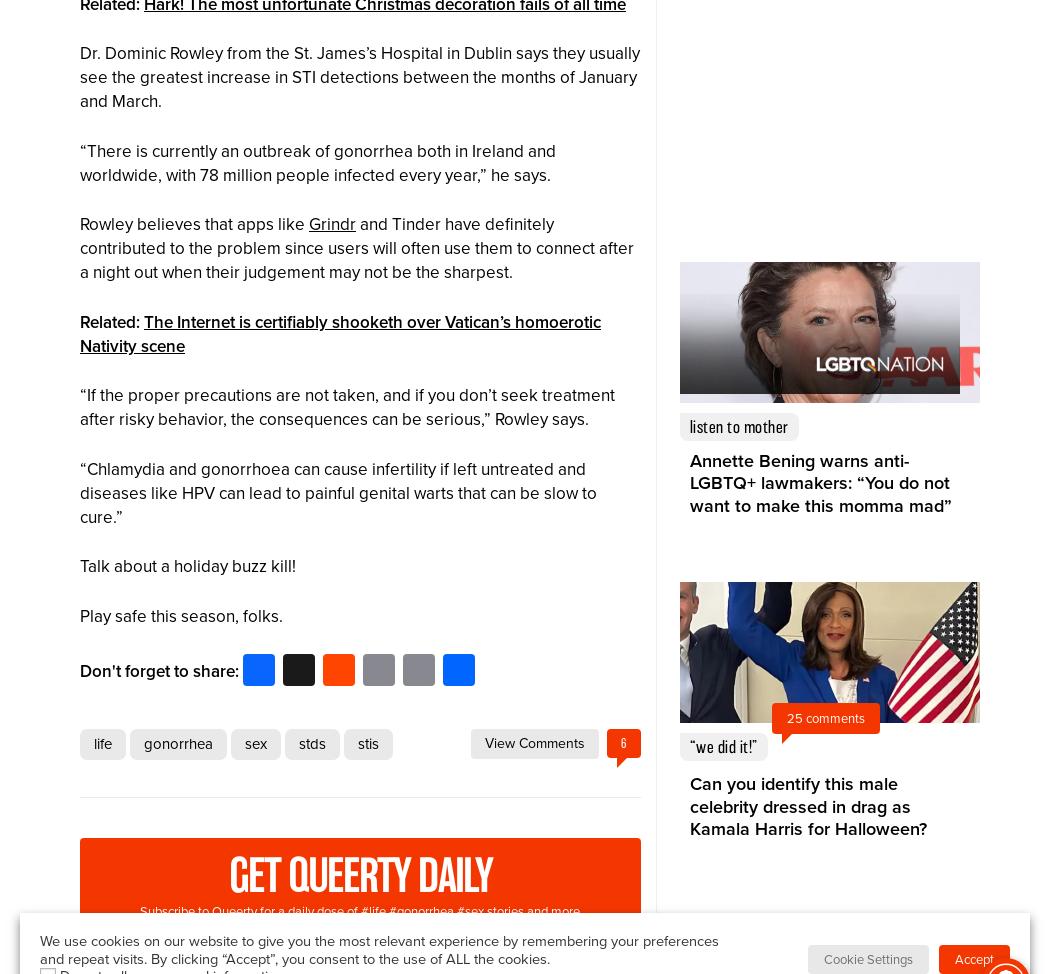 The width and height of the screenshot is (1050, 974). Describe the element at coordinates (332, 224) in the screenshot. I see `'Grindr'` at that location.